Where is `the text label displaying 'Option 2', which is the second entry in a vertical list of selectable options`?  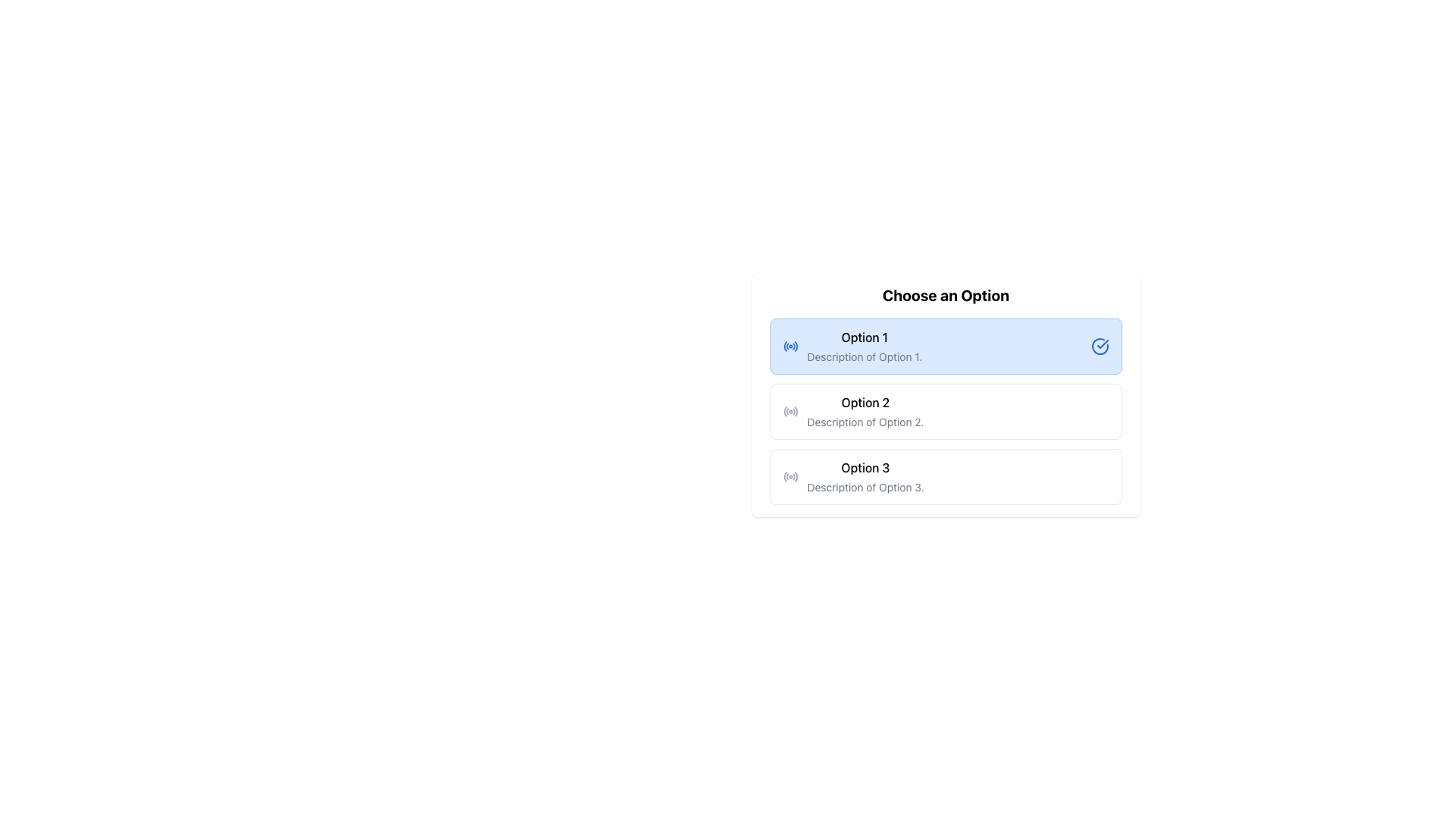 the text label displaying 'Option 2', which is the second entry in a vertical list of selectable options is located at coordinates (865, 402).